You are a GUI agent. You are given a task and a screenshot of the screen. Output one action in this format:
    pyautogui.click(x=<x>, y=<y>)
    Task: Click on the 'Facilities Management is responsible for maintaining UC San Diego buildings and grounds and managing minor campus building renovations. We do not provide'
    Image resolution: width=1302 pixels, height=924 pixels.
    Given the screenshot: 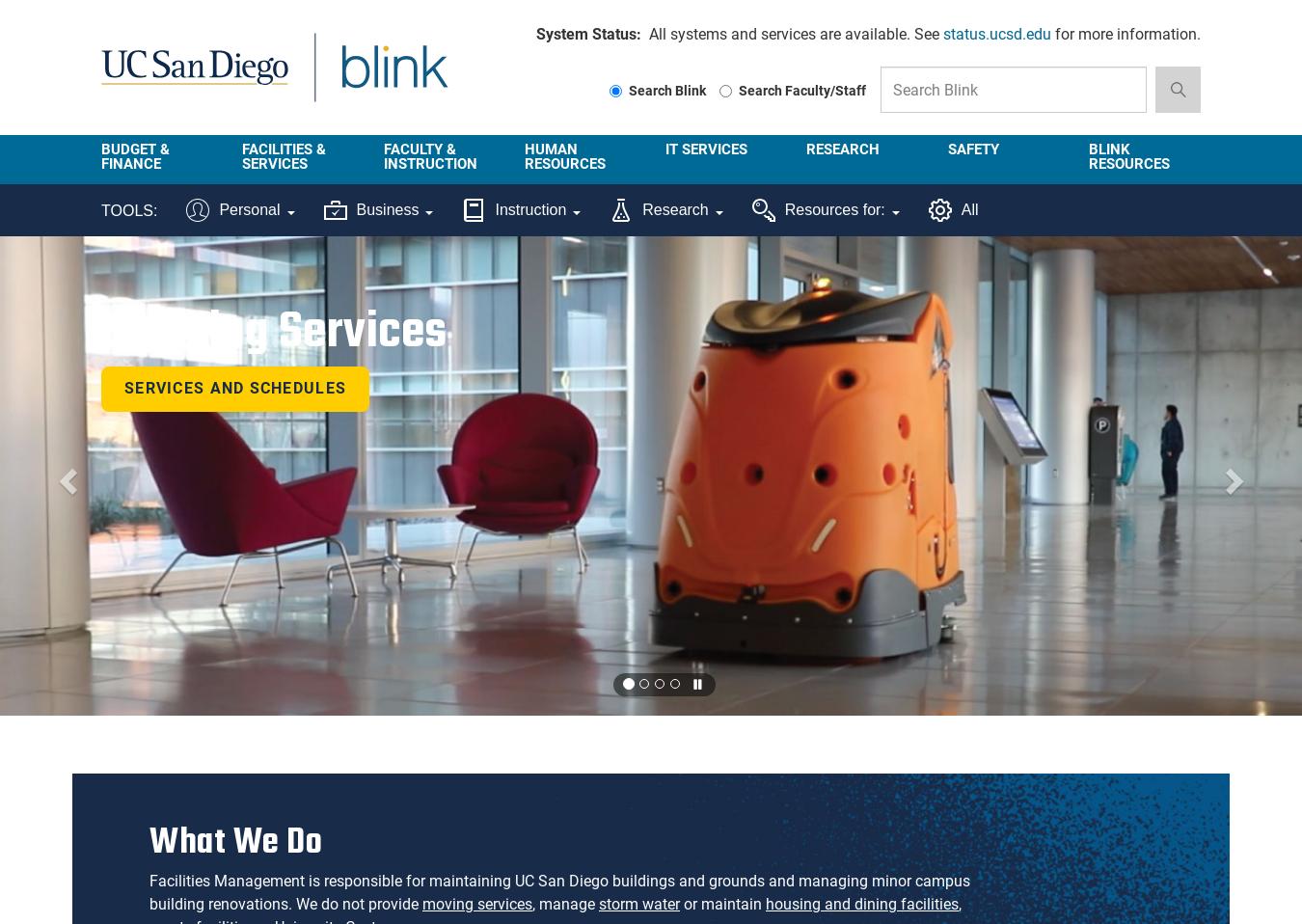 What is the action you would take?
    pyautogui.click(x=149, y=892)
    